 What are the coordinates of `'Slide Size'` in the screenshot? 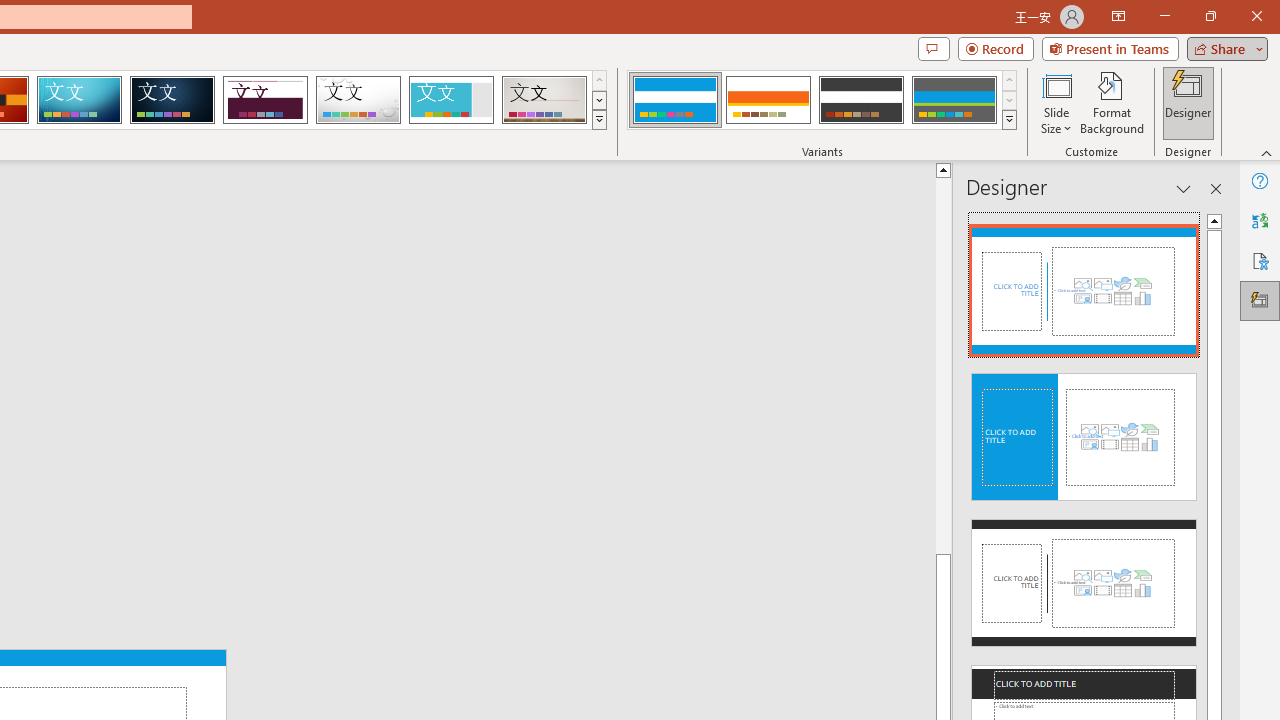 It's located at (1055, 103).